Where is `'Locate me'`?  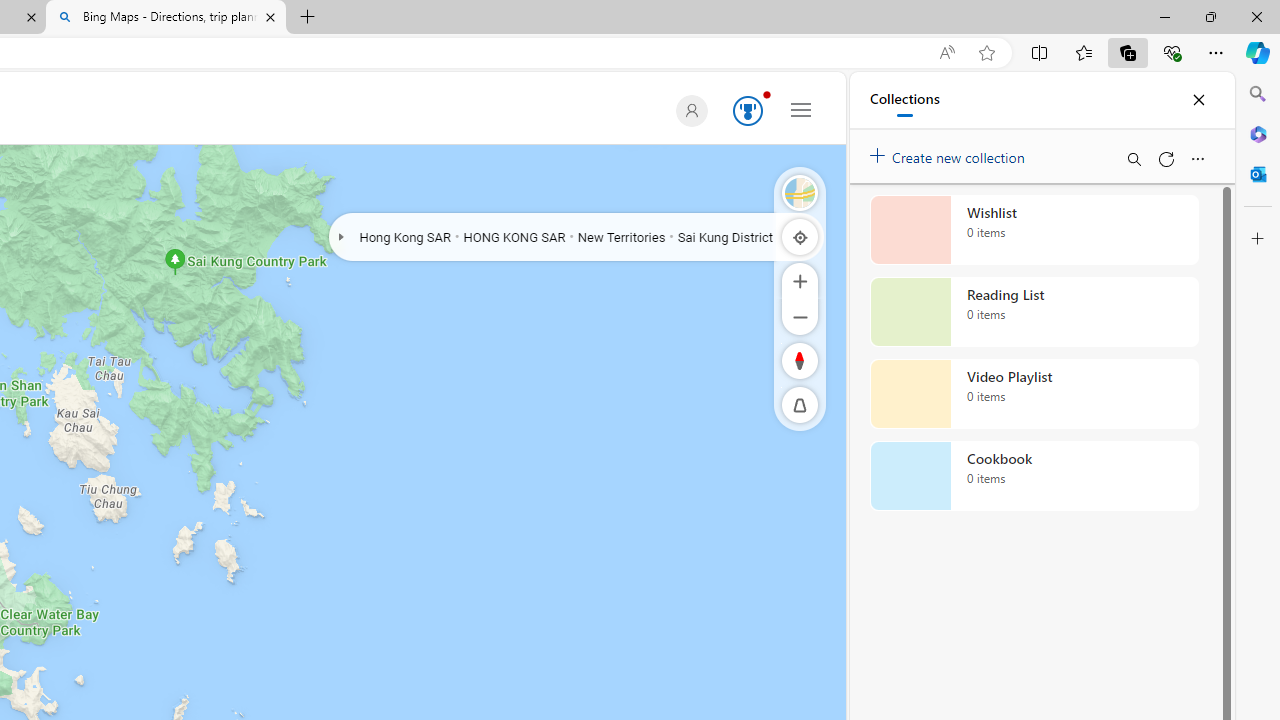 'Locate me' is located at coordinates (800, 235).